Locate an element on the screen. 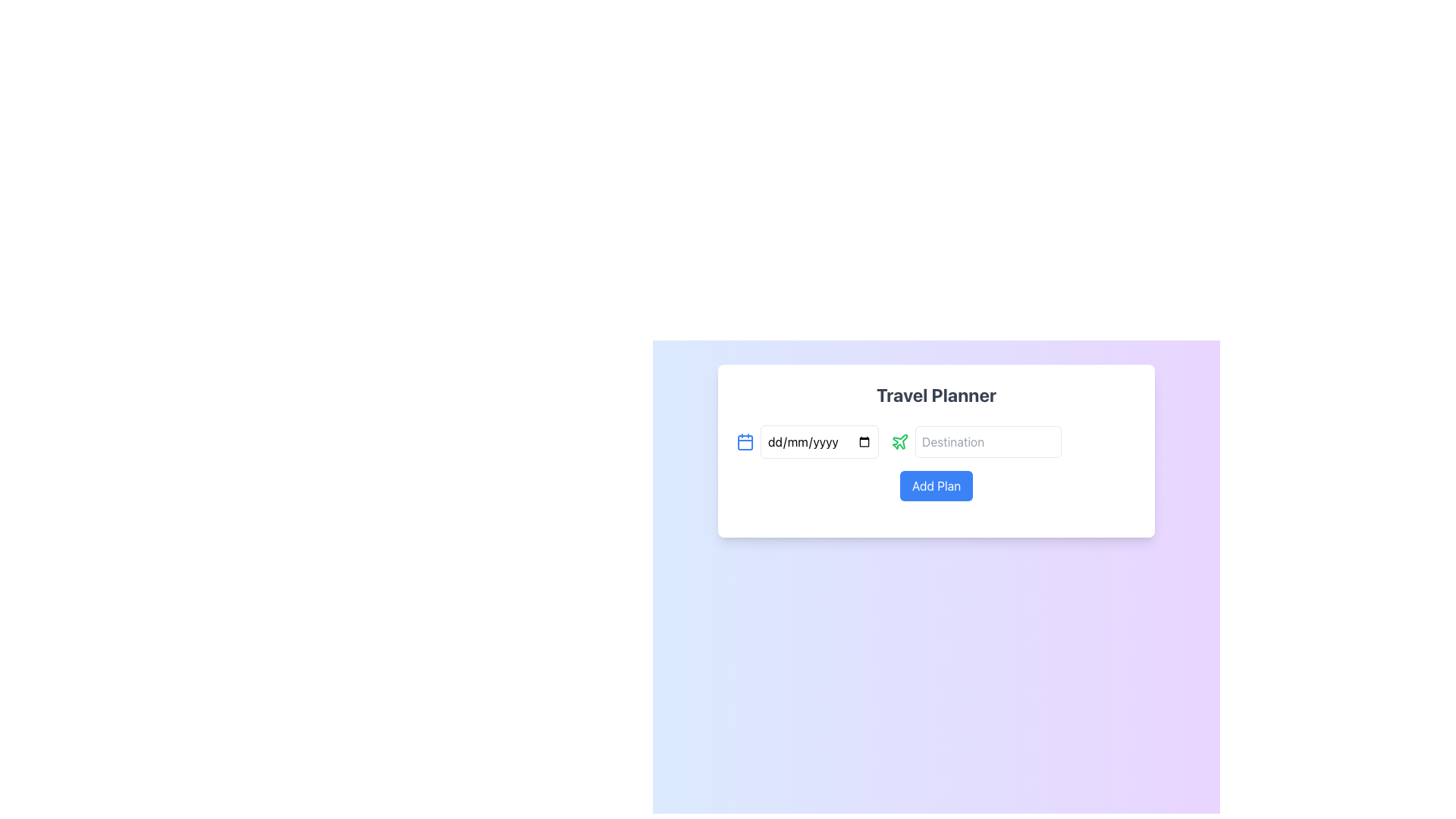 The width and height of the screenshot is (1456, 819). the decorative graphical rectangle within the SVG calendar icon is located at coordinates (745, 442).